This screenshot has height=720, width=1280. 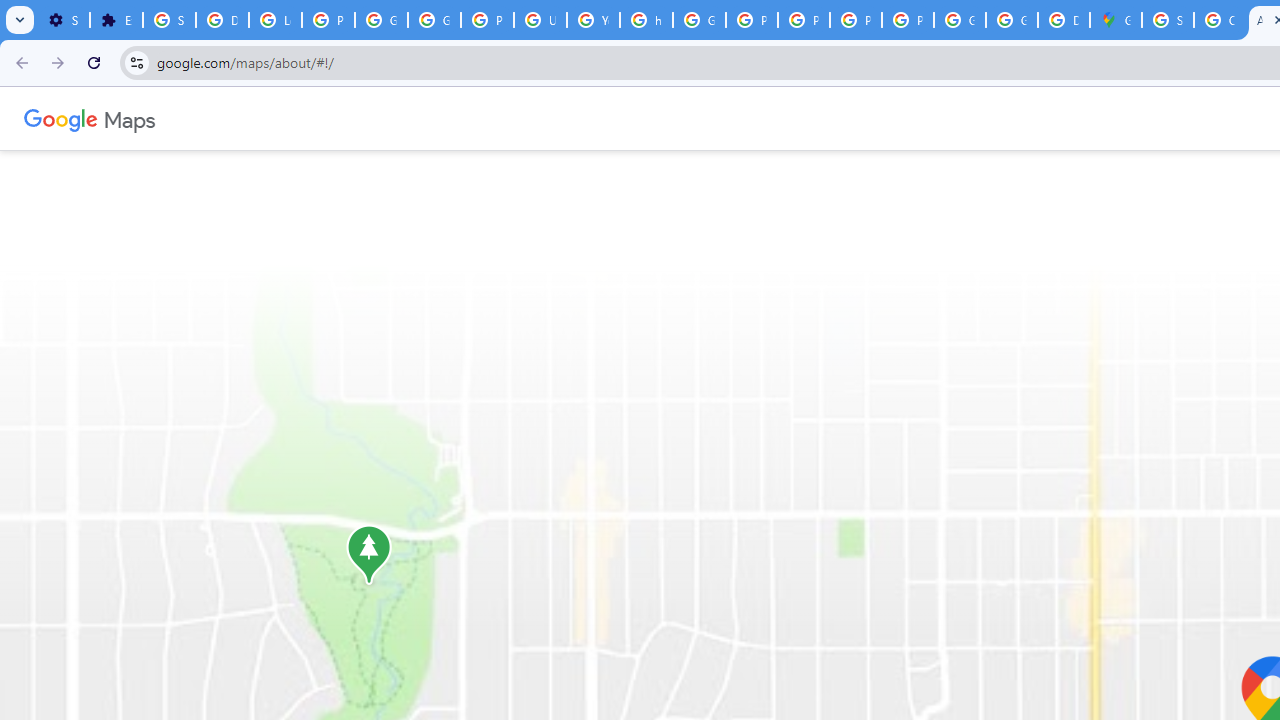 I want to click on 'Google', so click(x=61, y=118).